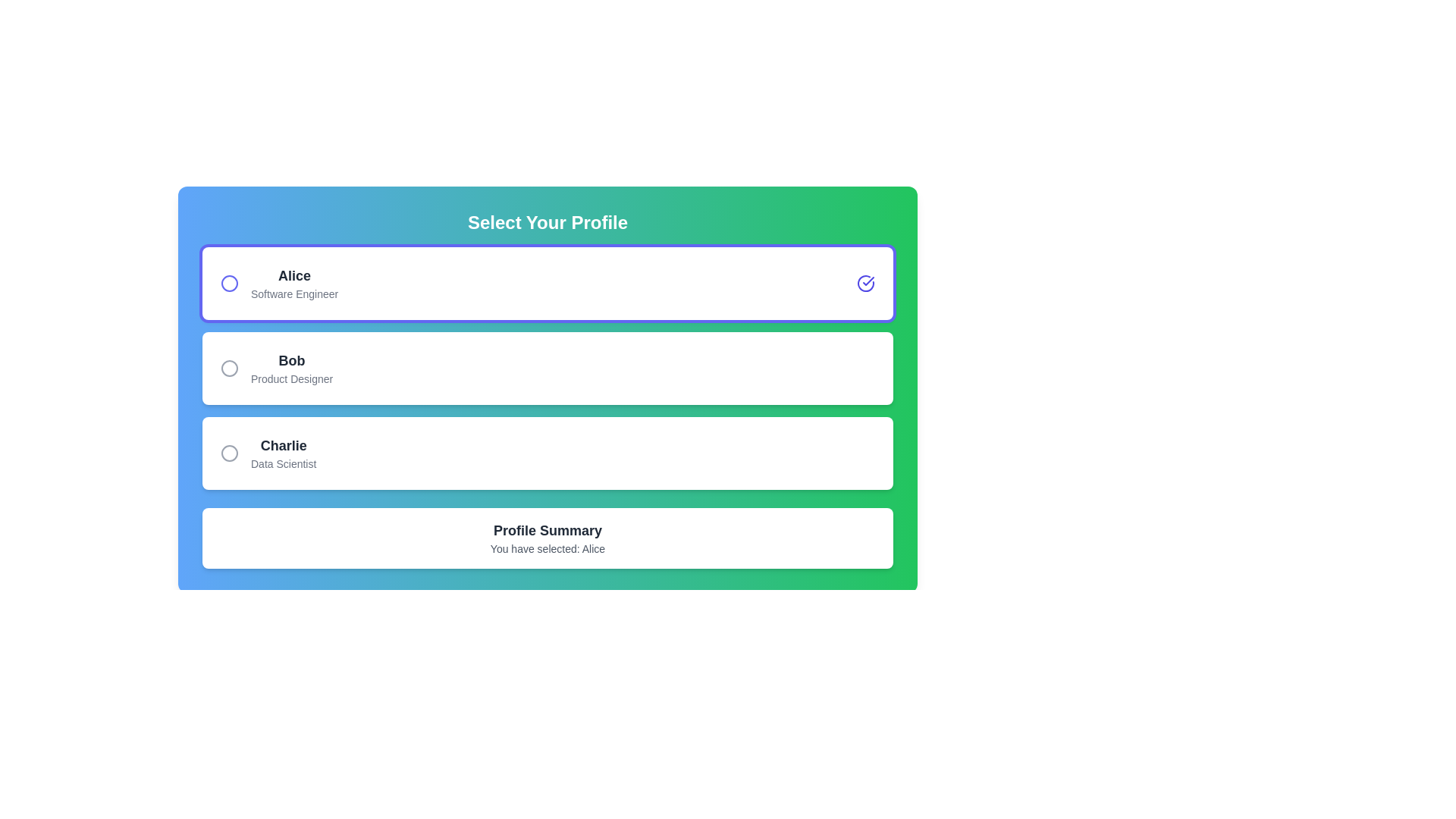 The image size is (1456, 819). What do you see at coordinates (866, 284) in the screenshot?
I see `the circular checkmark icon with a blue outline located at the top-right of Alice's profile card to trigger visual highlights` at bounding box center [866, 284].